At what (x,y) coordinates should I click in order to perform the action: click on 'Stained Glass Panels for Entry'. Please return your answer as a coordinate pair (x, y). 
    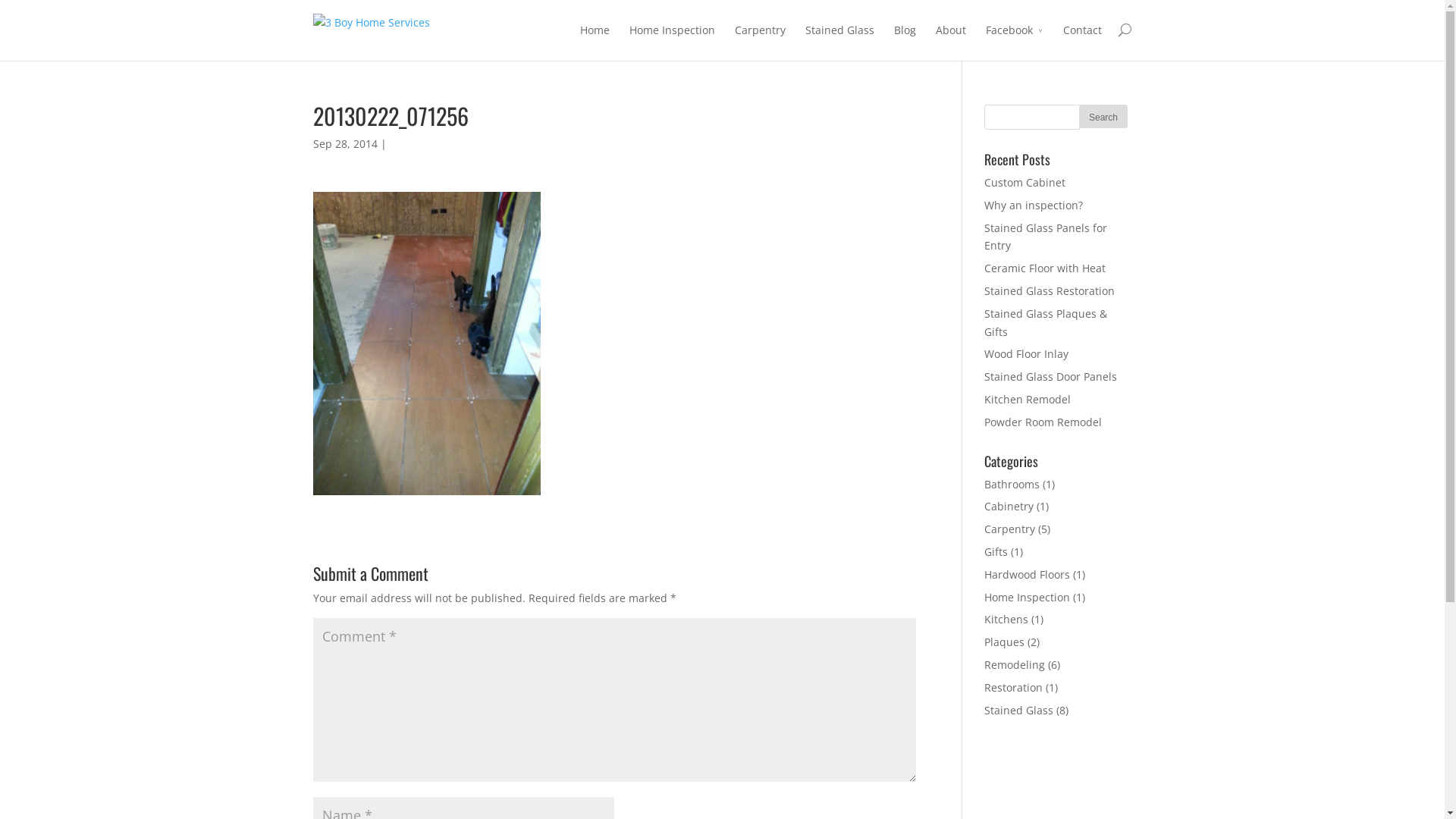
    Looking at the image, I should click on (1044, 237).